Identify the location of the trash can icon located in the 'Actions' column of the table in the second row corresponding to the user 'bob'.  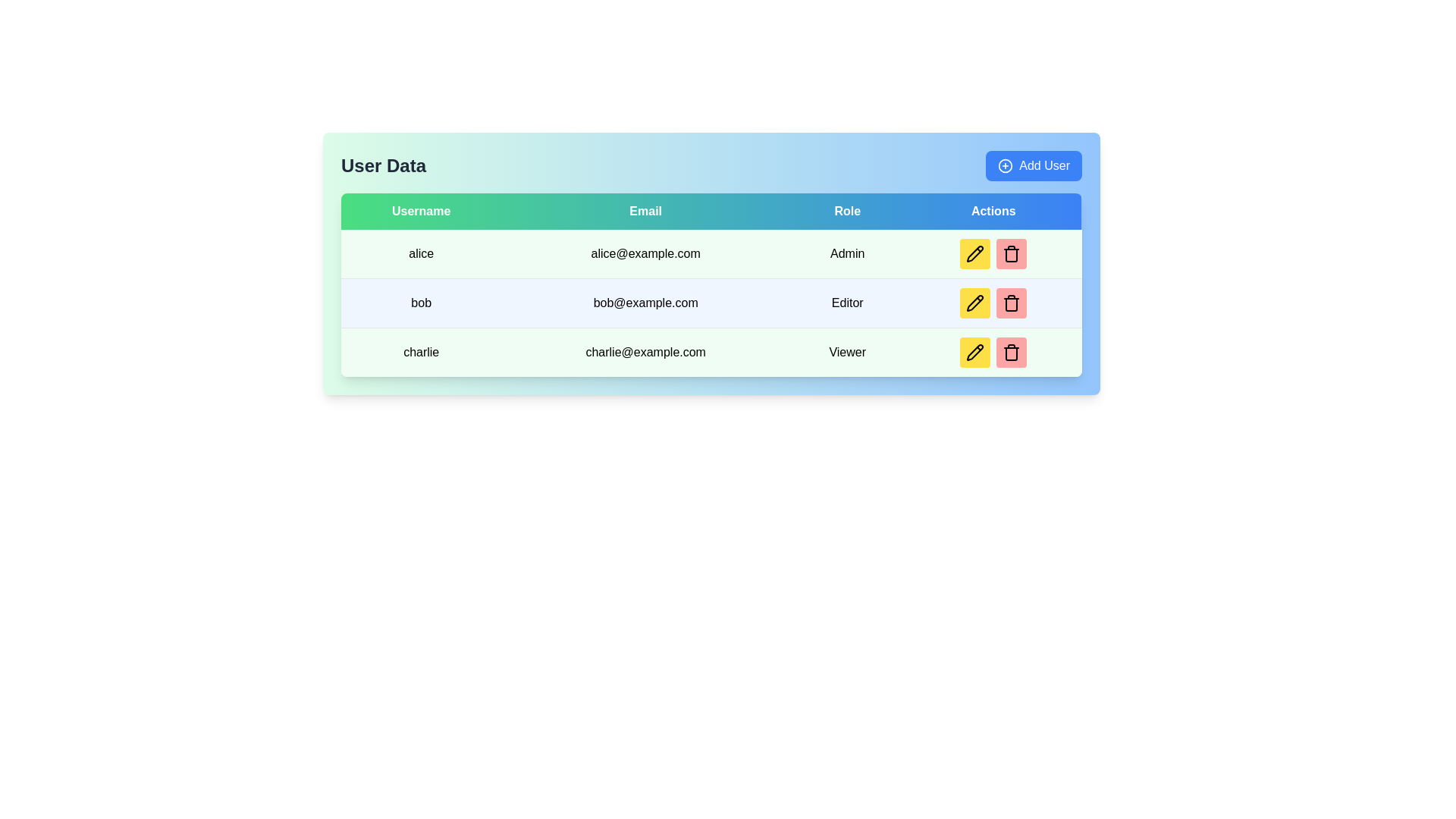
(1012, 303).